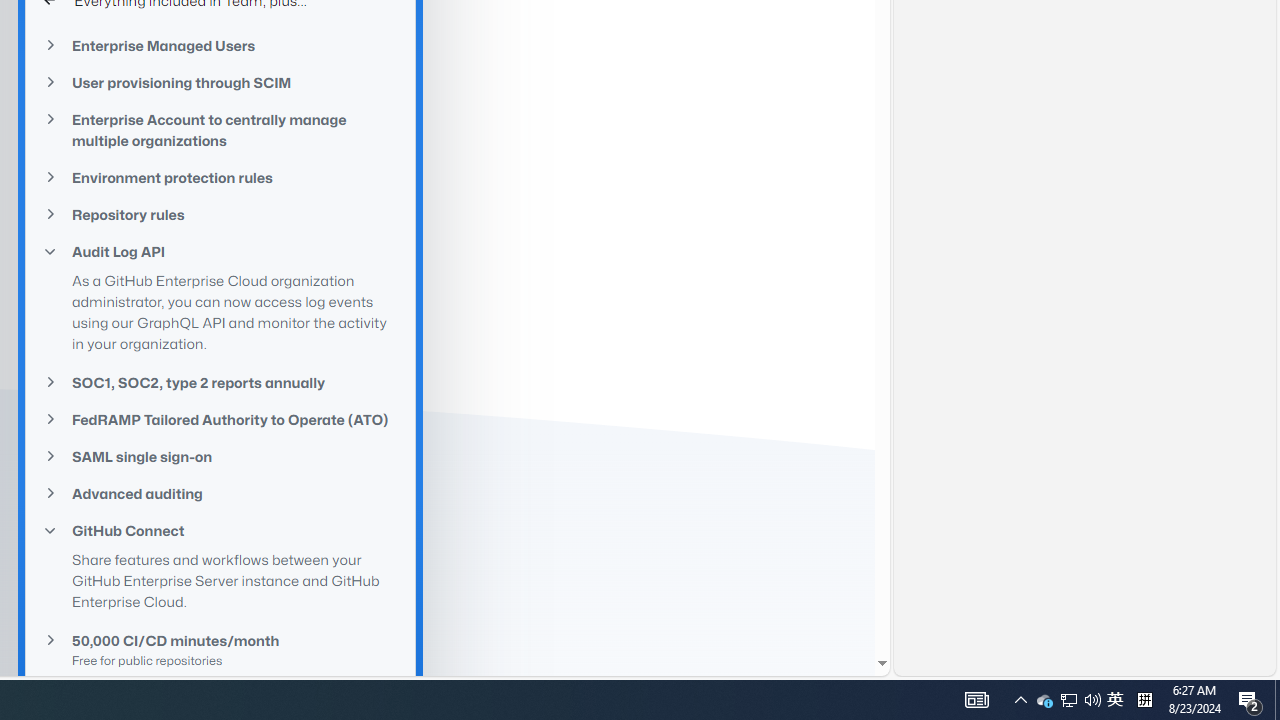  What do you see at coordinates (220, 176) in the screenshot?
I see `'Environment protection rules'` at bounding box center [220, 176].